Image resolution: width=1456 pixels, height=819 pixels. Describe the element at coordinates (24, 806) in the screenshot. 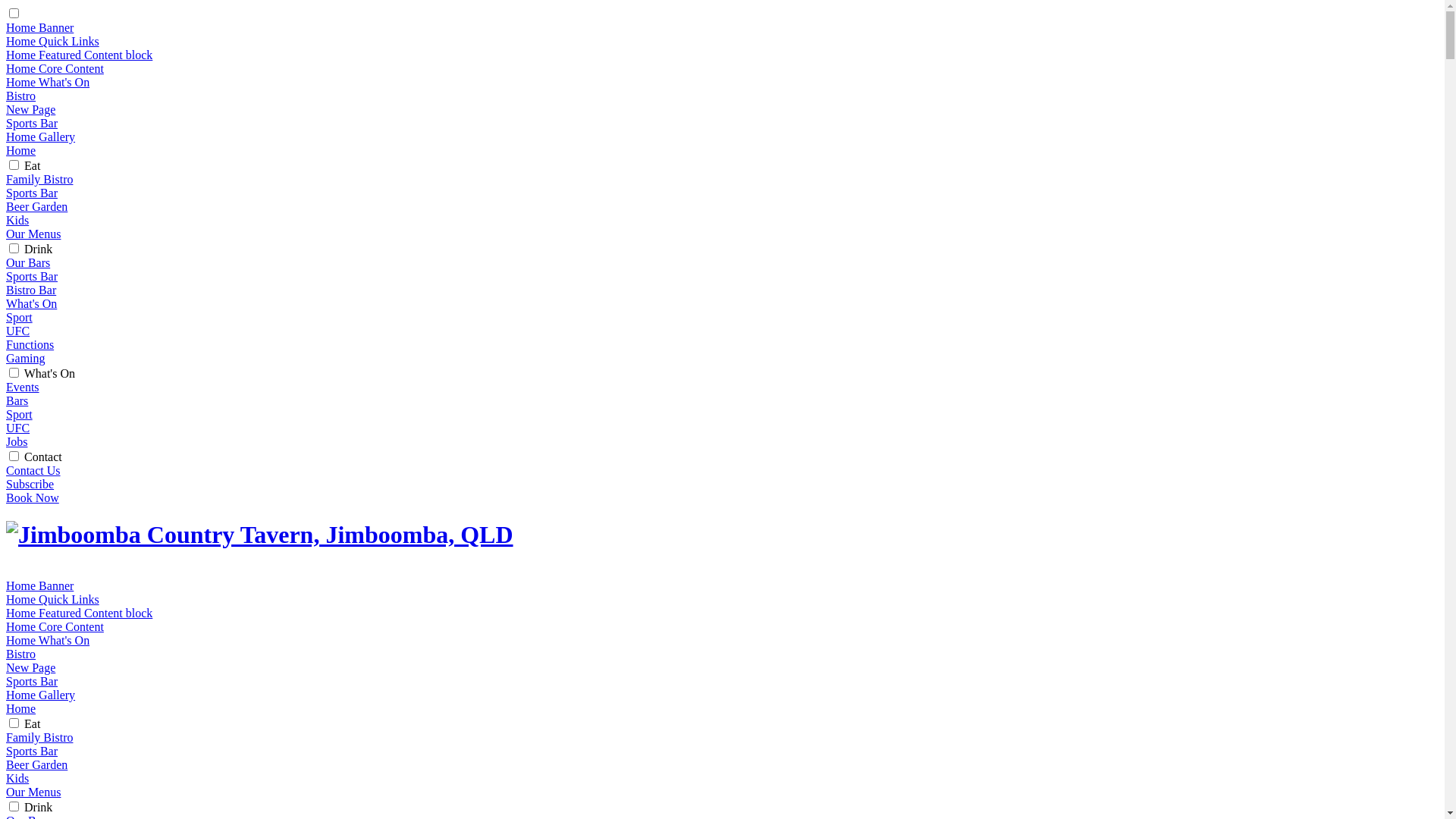

I see `'Drink'` at that location.